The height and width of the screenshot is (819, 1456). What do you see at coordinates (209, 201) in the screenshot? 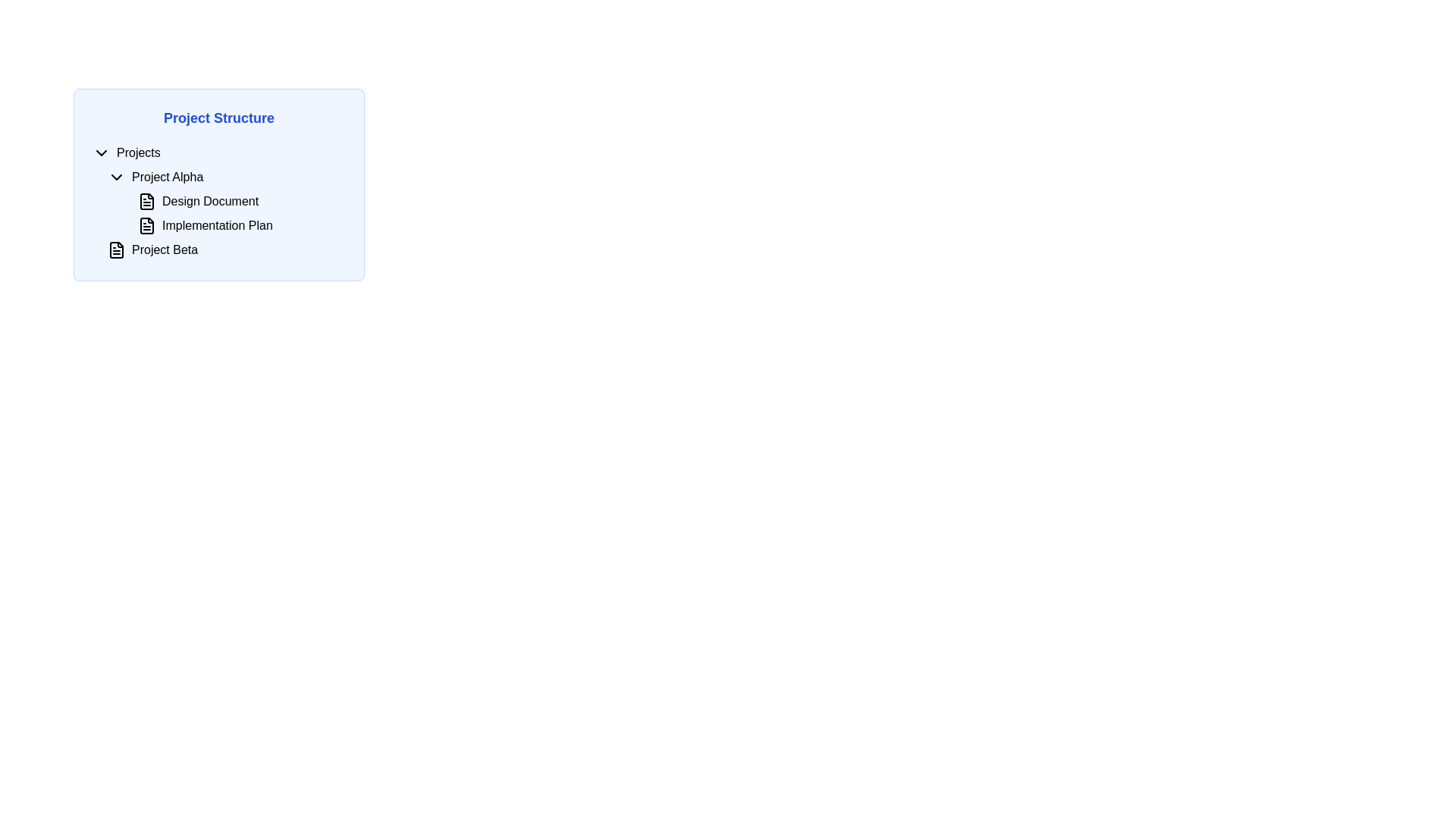
I see `the first text label under 'Project Alpha' in the 'Projects' hierarchy` at bounding box center [209, 201].